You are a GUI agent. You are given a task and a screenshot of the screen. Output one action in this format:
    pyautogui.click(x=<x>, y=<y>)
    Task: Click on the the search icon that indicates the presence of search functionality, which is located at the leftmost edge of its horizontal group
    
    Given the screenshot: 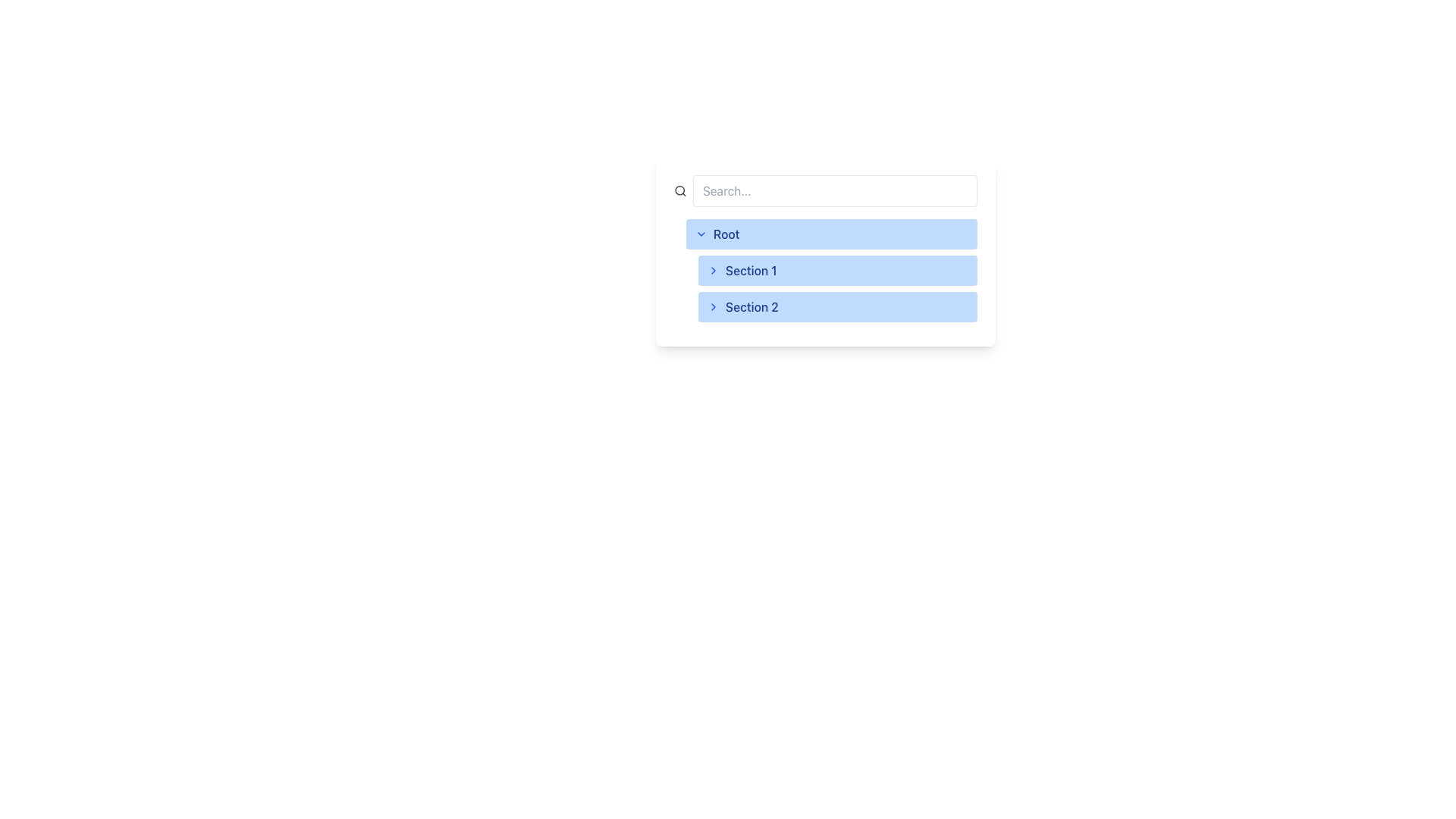 What is the action you would take?
    pyautogui.click(x=679, y=190)
    